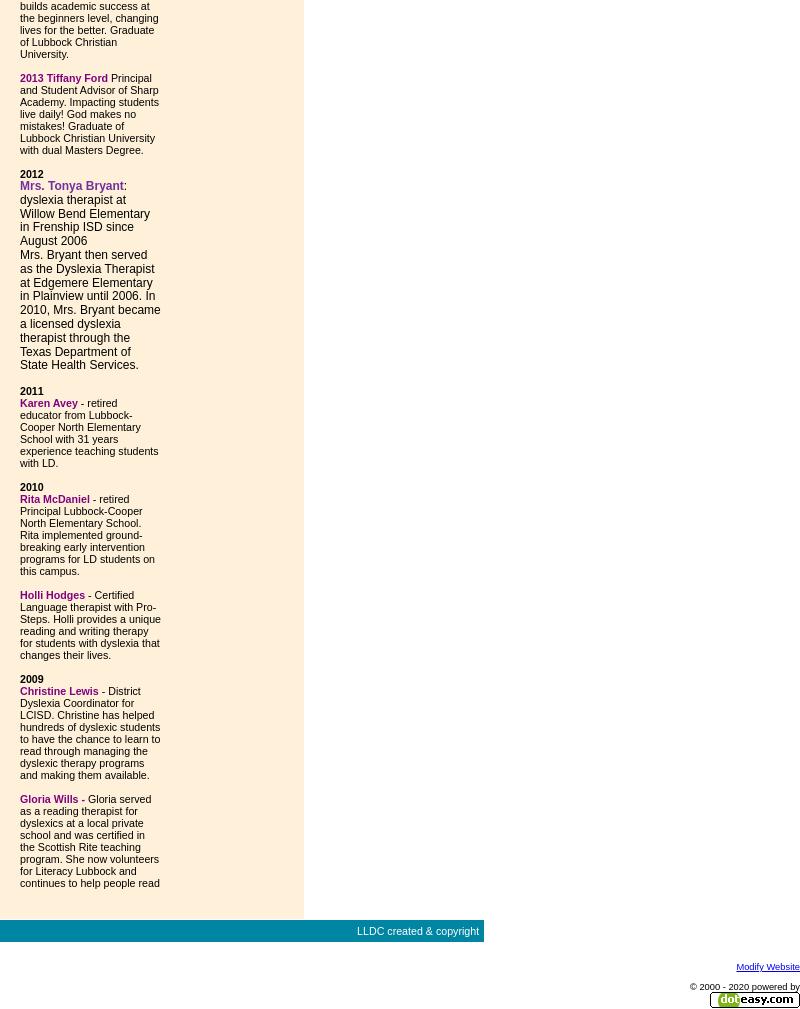 The height and width of the screenshot is (1009, 800). Describe the element at coordinates (51, 799) in the screenshot. I see `'Gloria Wills -'` at that location.